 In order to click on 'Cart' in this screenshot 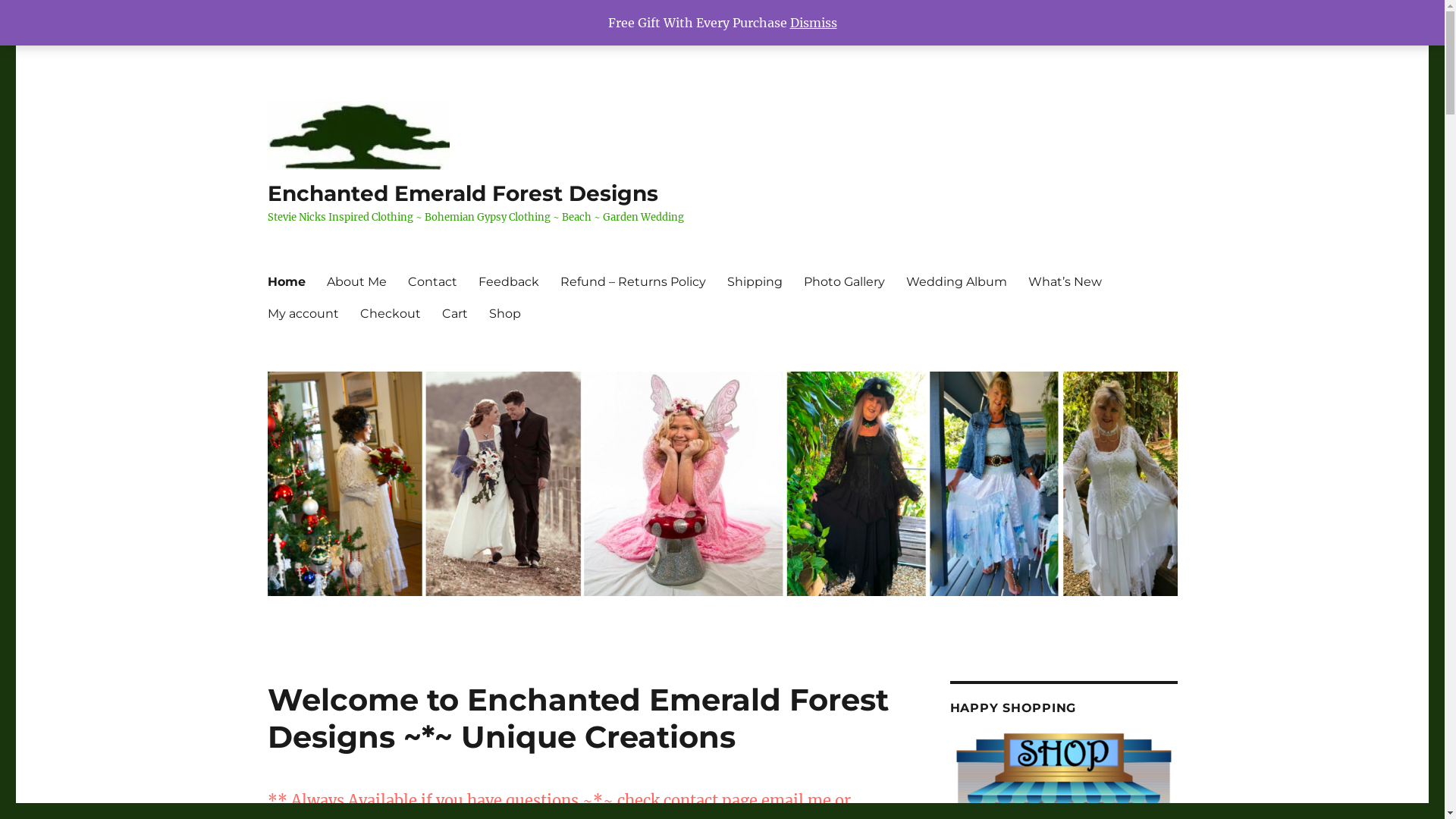, I will do `click(453, 312)`.